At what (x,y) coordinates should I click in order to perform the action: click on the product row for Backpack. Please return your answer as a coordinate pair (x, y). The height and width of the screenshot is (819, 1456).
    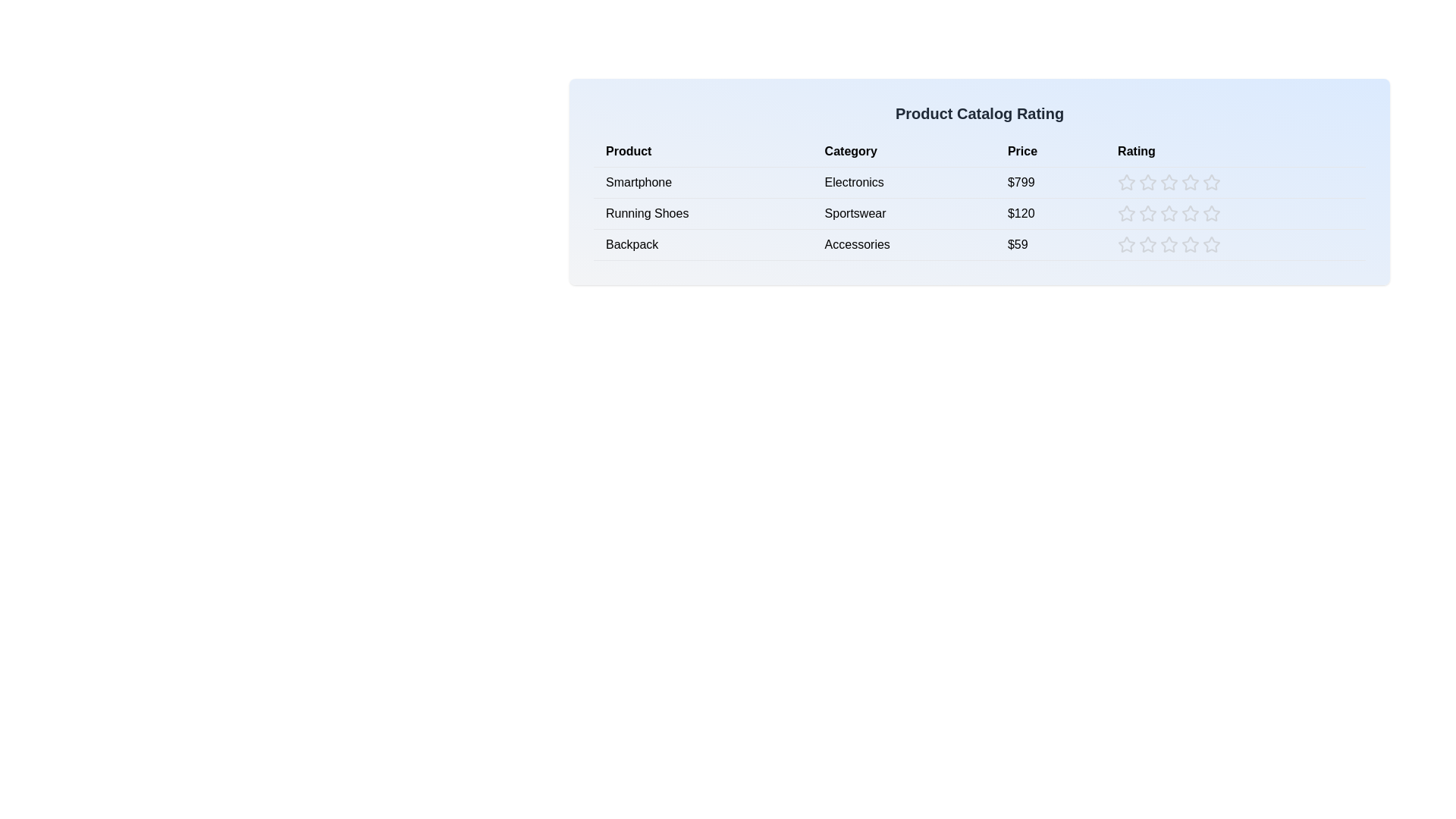
    Looking at the image, I should click on (979, 244).